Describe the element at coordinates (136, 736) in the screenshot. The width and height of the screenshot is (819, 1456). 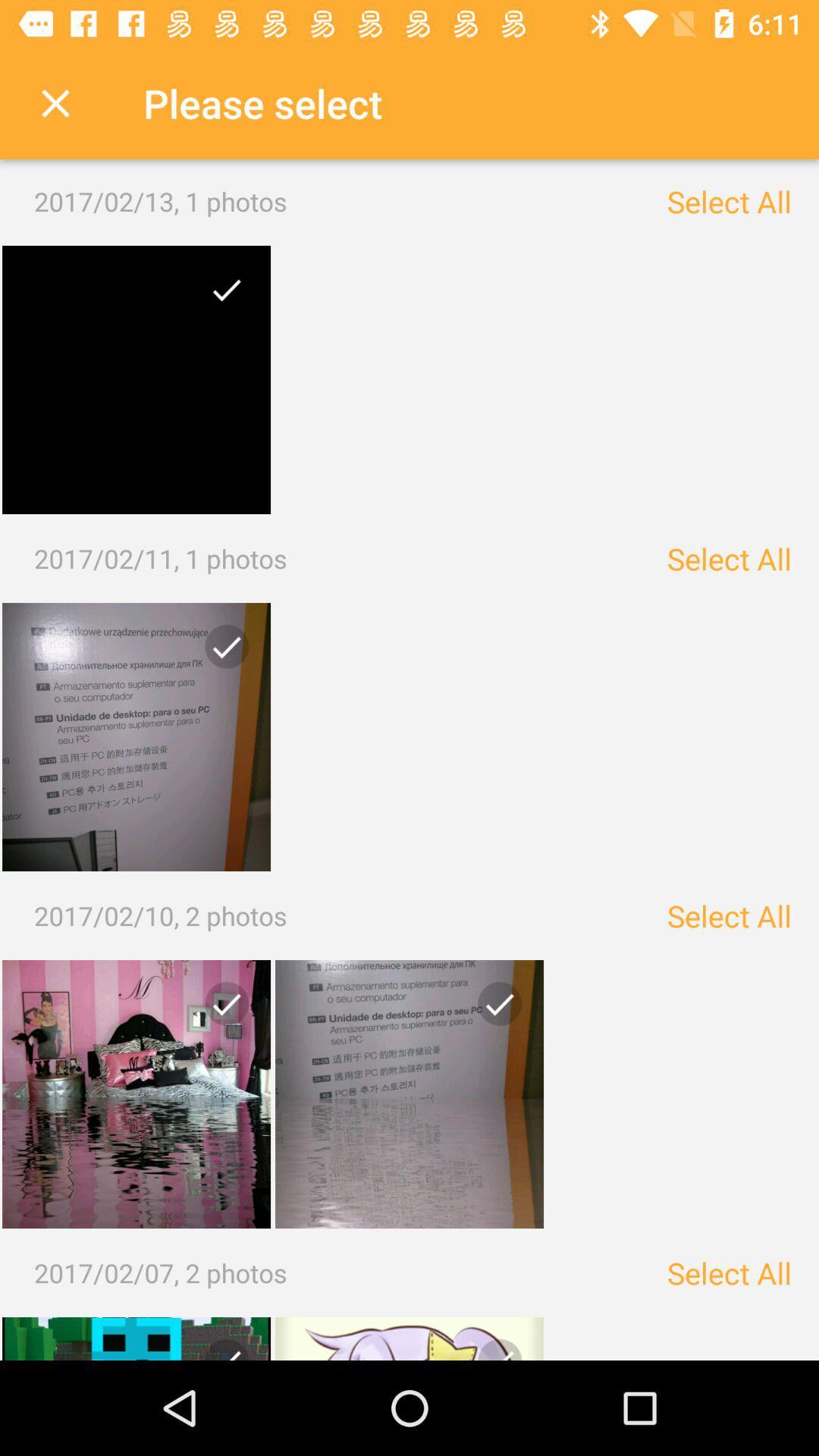
I see `picture` at that location.